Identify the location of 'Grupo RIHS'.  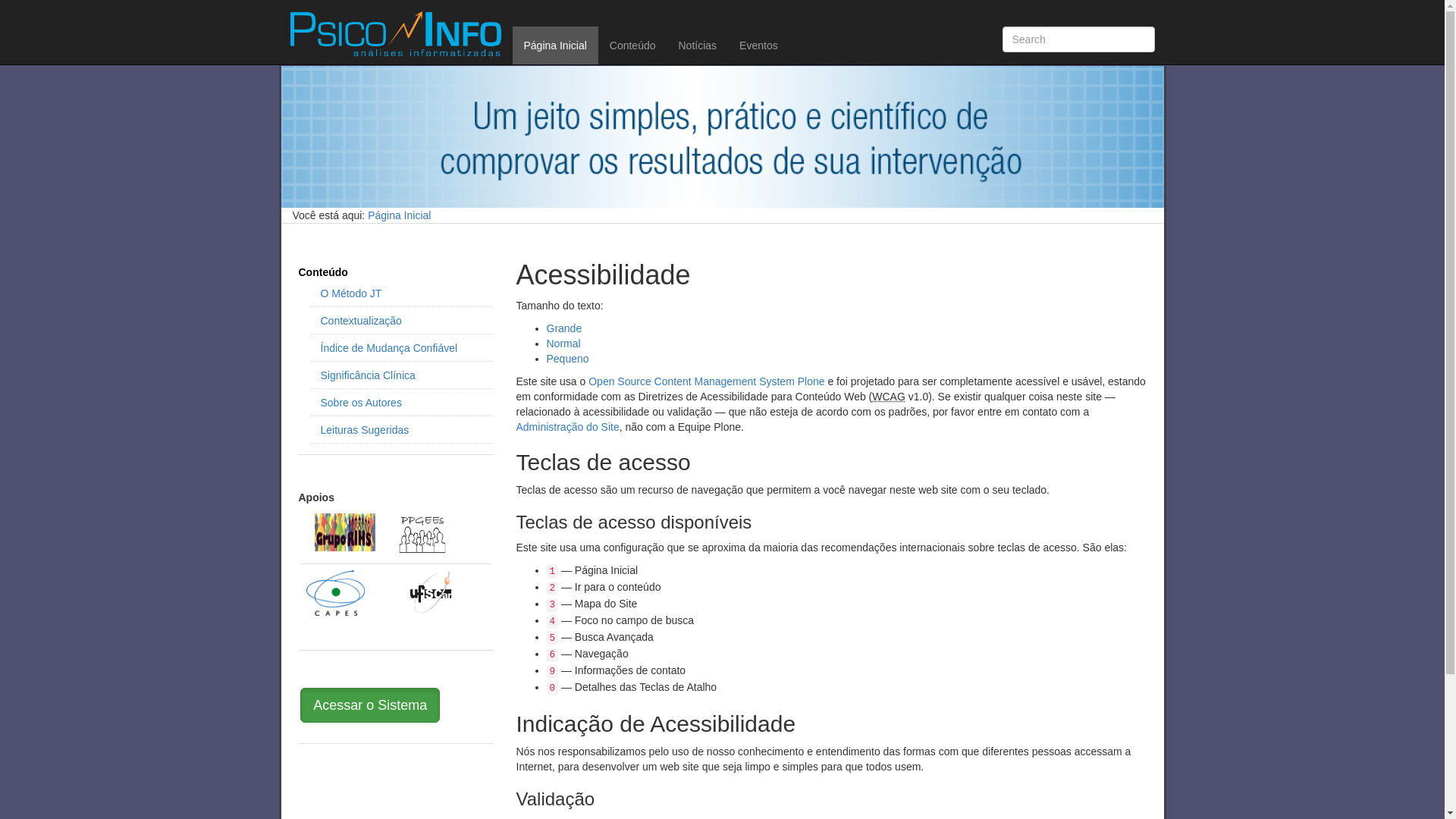
(313, 531).